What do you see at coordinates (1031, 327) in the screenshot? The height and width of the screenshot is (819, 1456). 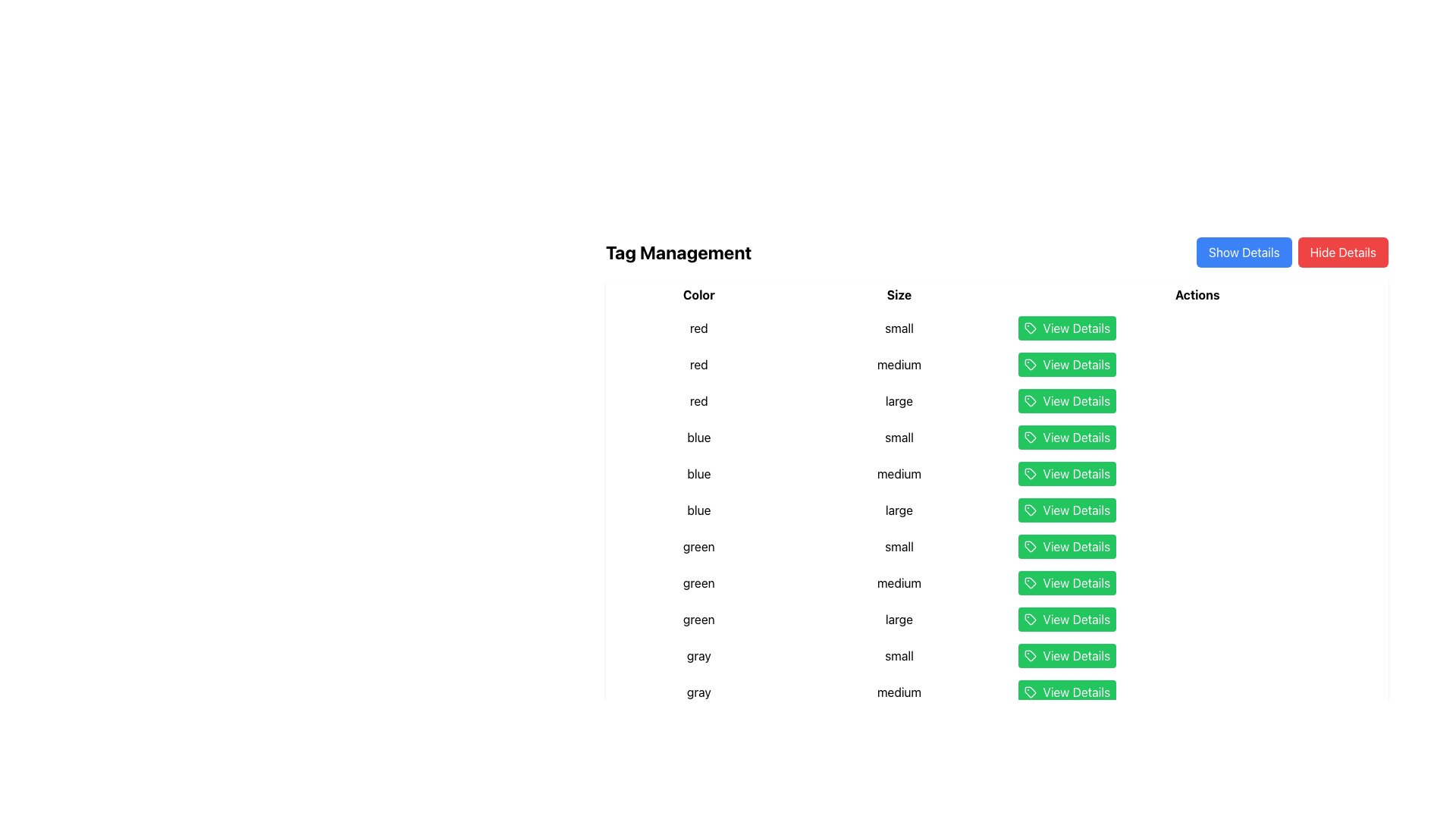 I see `the tag-shaped icon located in the Actions column of the first row in the data table, which is adjacent to the green 'View Details' button` at bounding box center [1031, 327].